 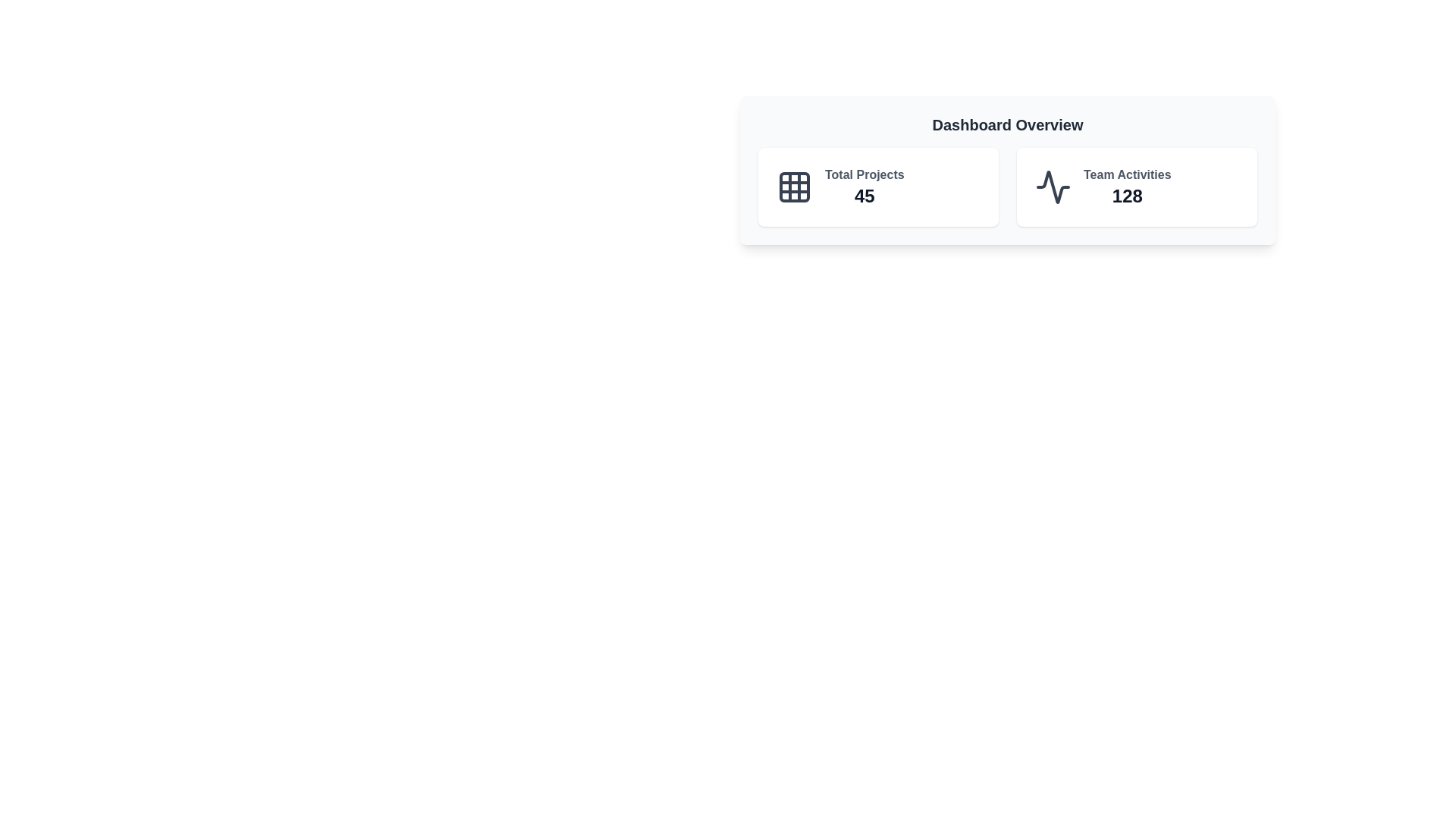 I want to click on the Overview Panel located below the title bar, which summarizes total projects and team activities, so click(x=1008, y=170).